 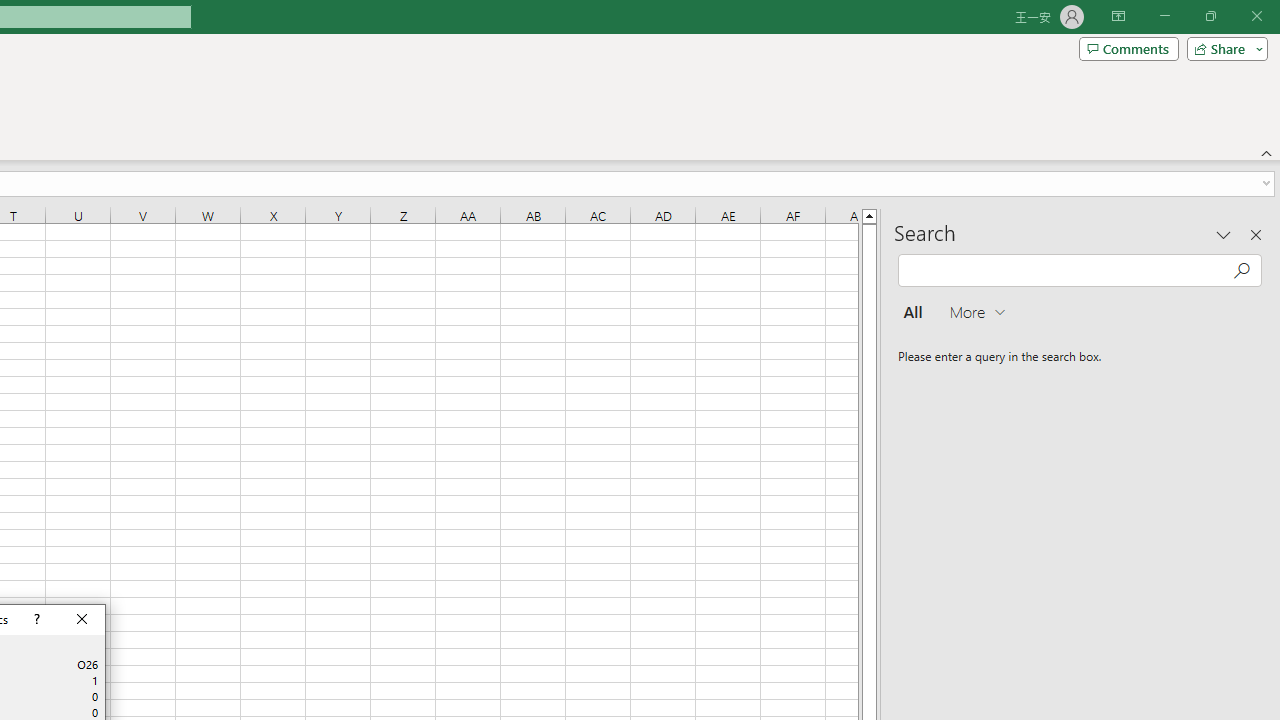 I want to click on 'Close pane', so click(x=1255, y=234).